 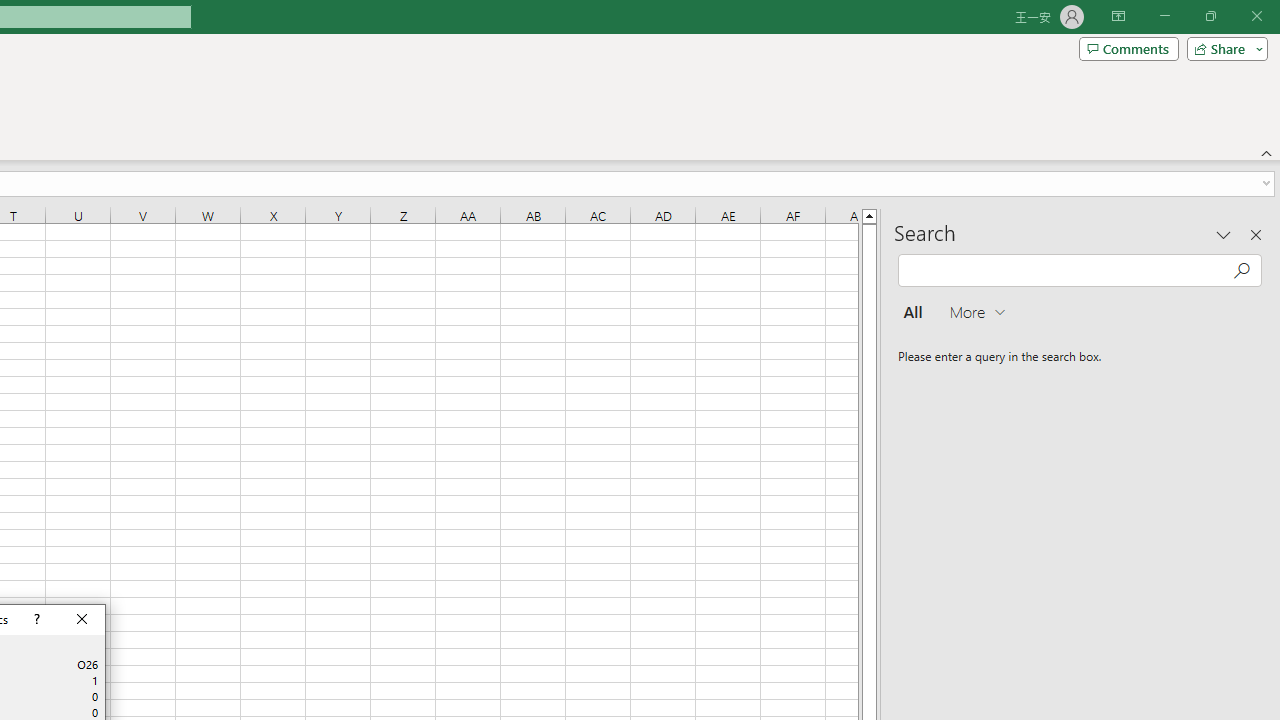 I want to click on 'Close pane', so click(x=1255, y=234).